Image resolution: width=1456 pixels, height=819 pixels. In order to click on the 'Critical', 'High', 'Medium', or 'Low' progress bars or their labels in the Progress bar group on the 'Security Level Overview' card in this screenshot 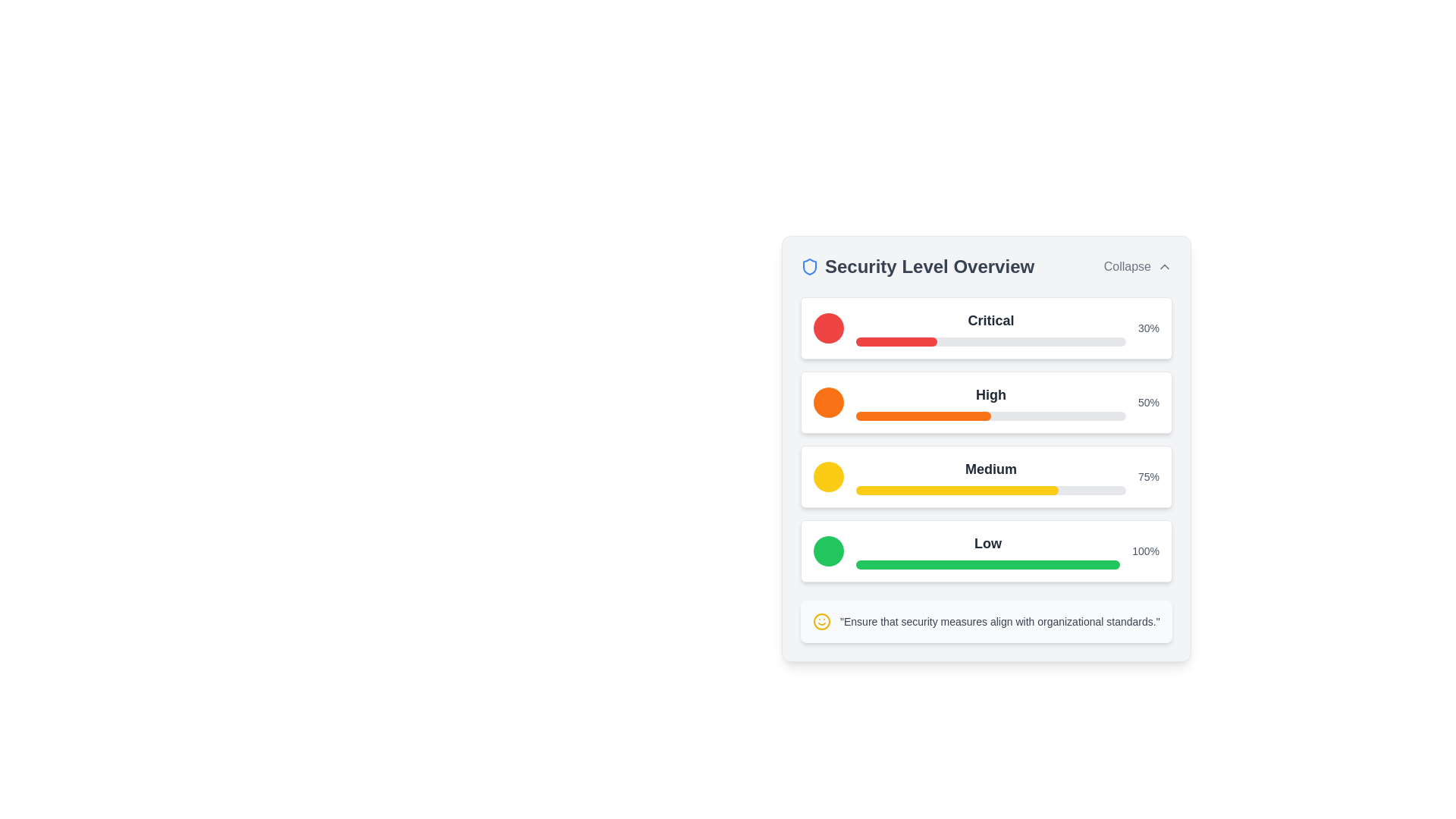, I will do `click(986, 439)`.